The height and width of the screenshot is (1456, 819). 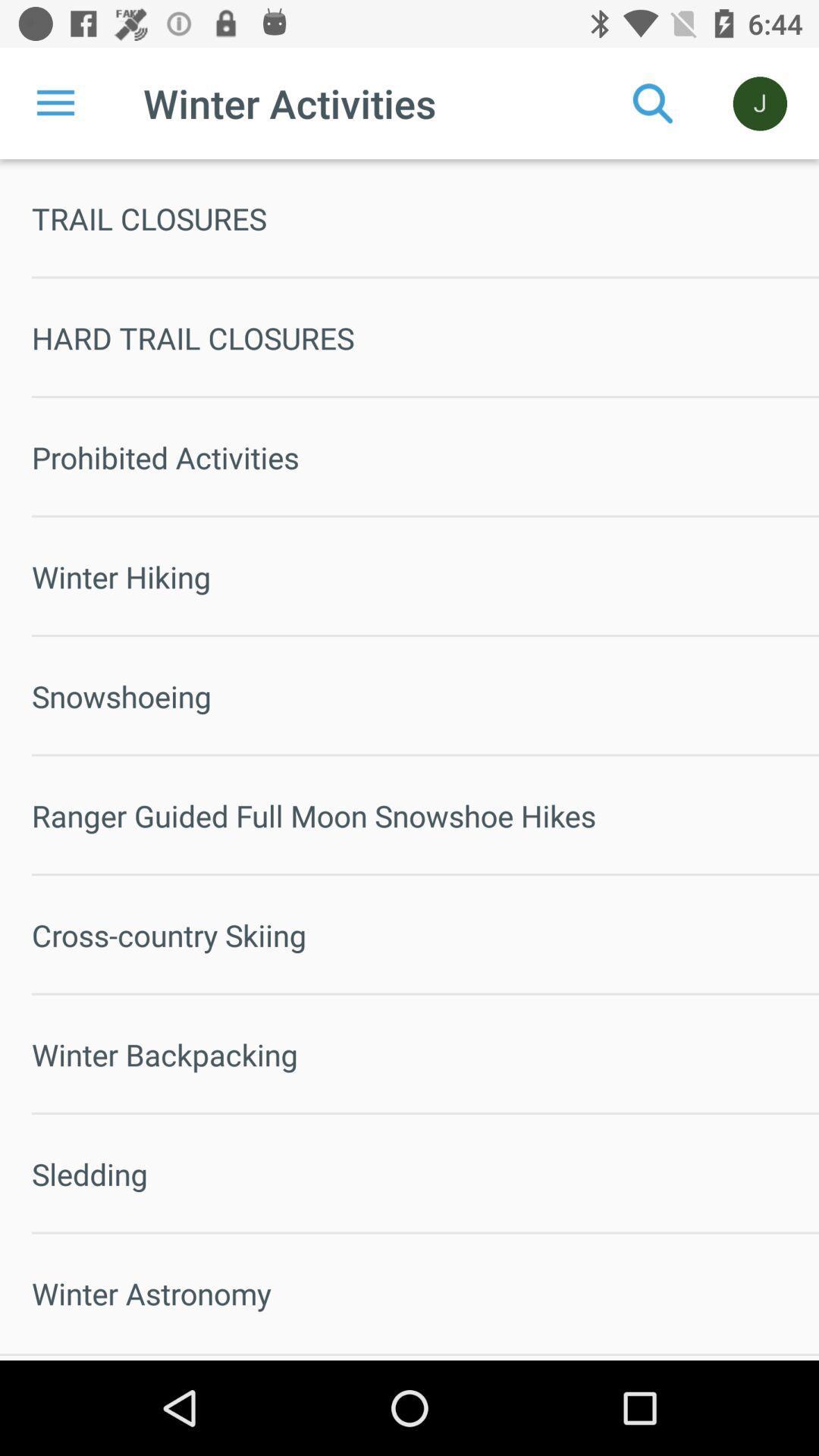 I want to click on the prohibited activities item, so click(x=425, y=457).